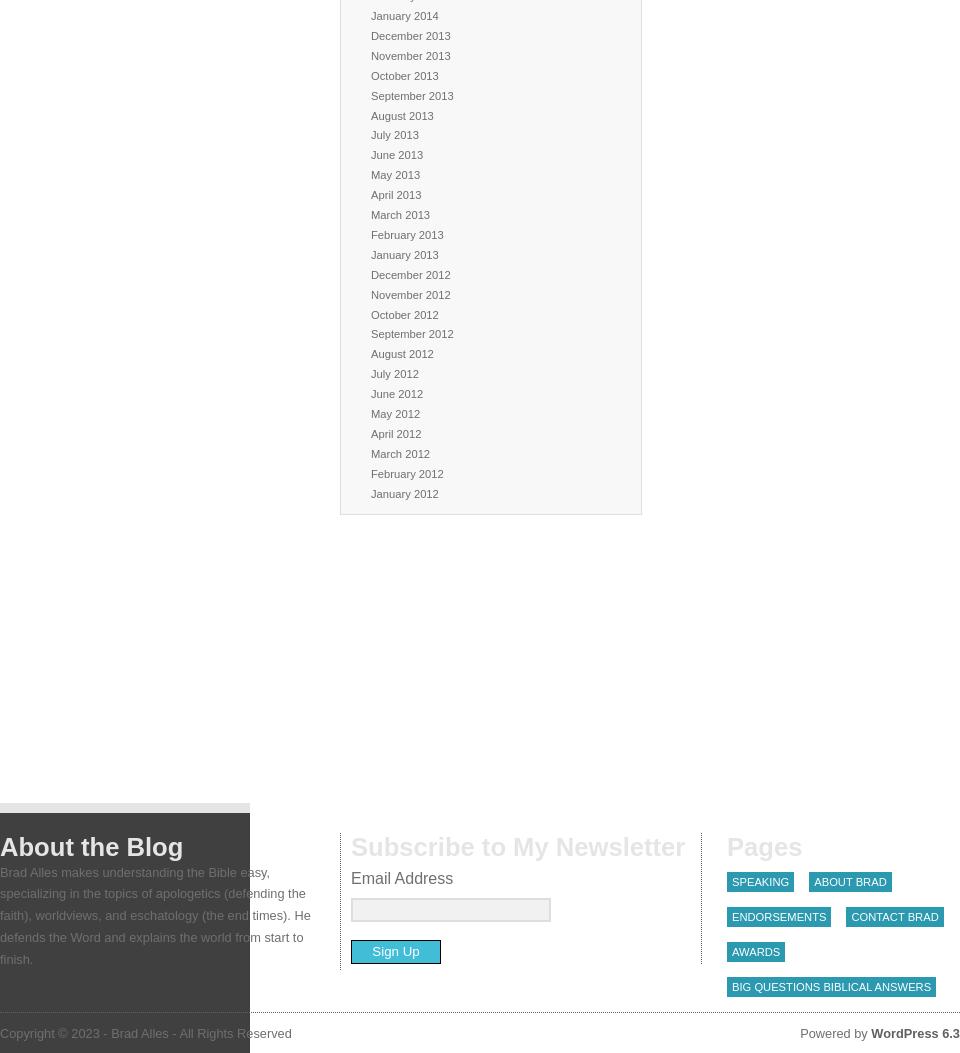  I want to click on 'Copyright © 2023 - Brad Alles - All Rights Reserved', so click(144, 1031).